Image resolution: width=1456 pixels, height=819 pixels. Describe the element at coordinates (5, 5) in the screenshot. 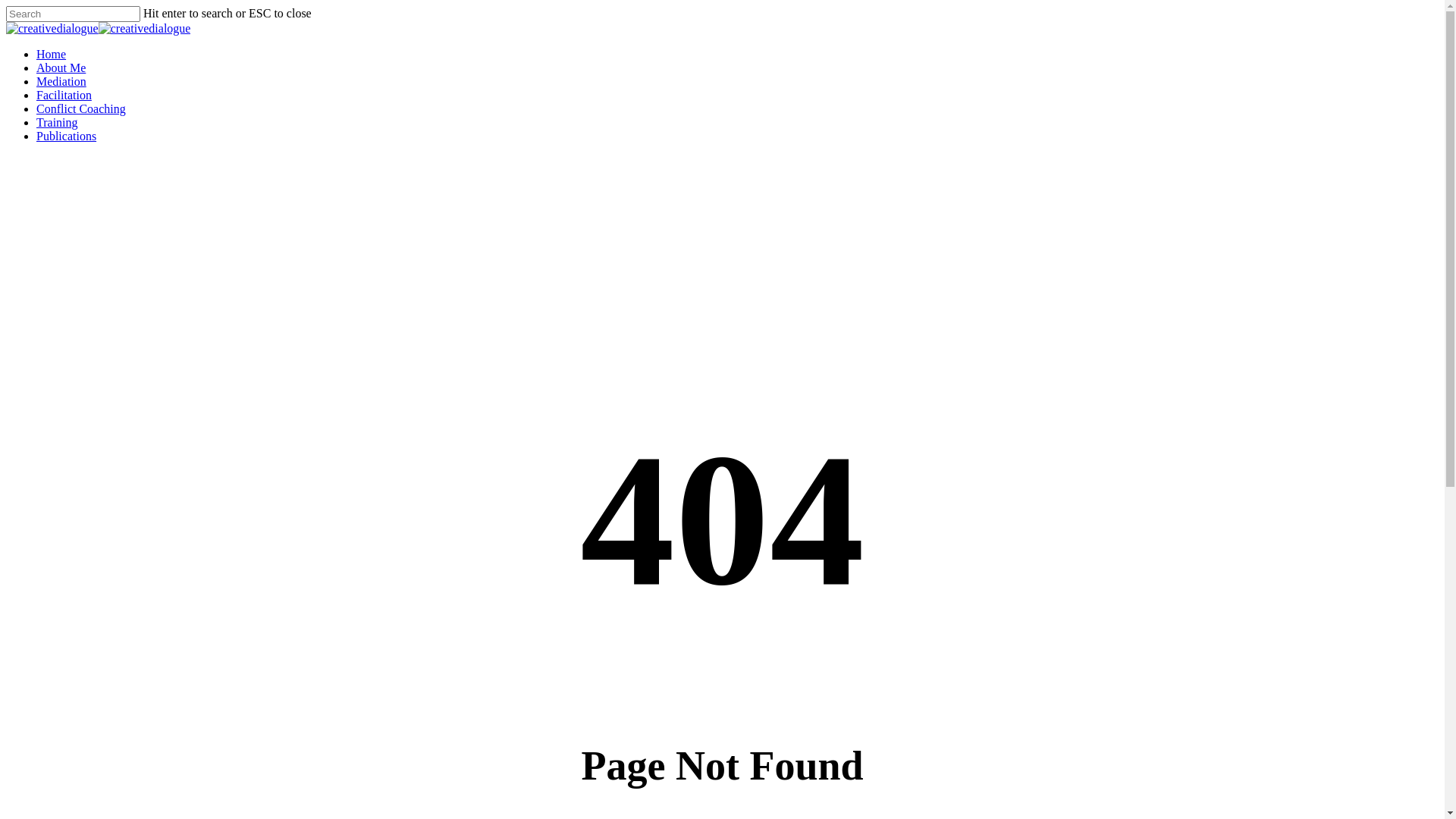

I see `'Skip to main content'` at that location.